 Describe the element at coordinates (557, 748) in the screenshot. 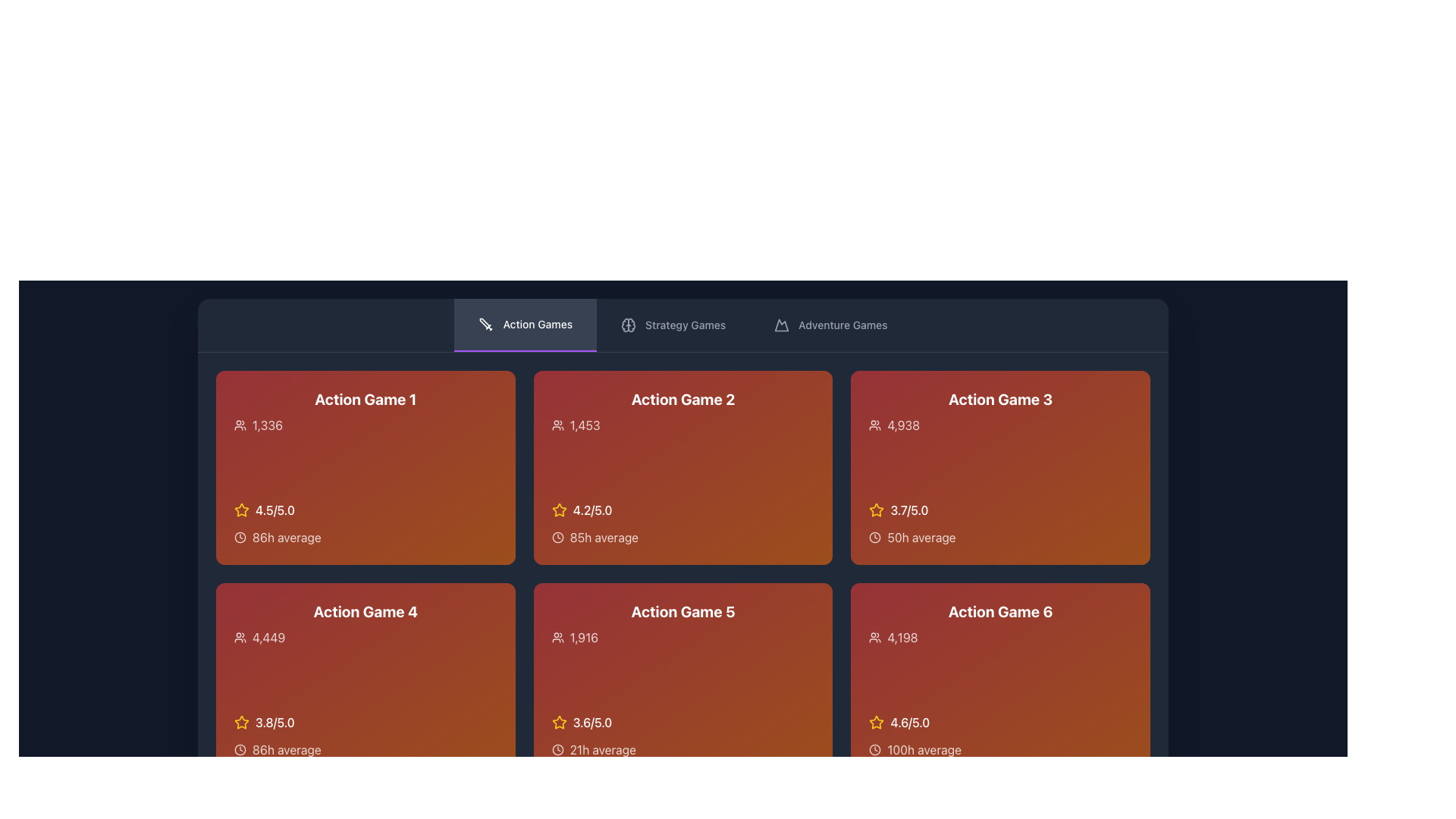

I see `the 'average time' icon associated with '21h average' for the game 'Action Game 5', located in the middle-right card of the grid layout` at that location.